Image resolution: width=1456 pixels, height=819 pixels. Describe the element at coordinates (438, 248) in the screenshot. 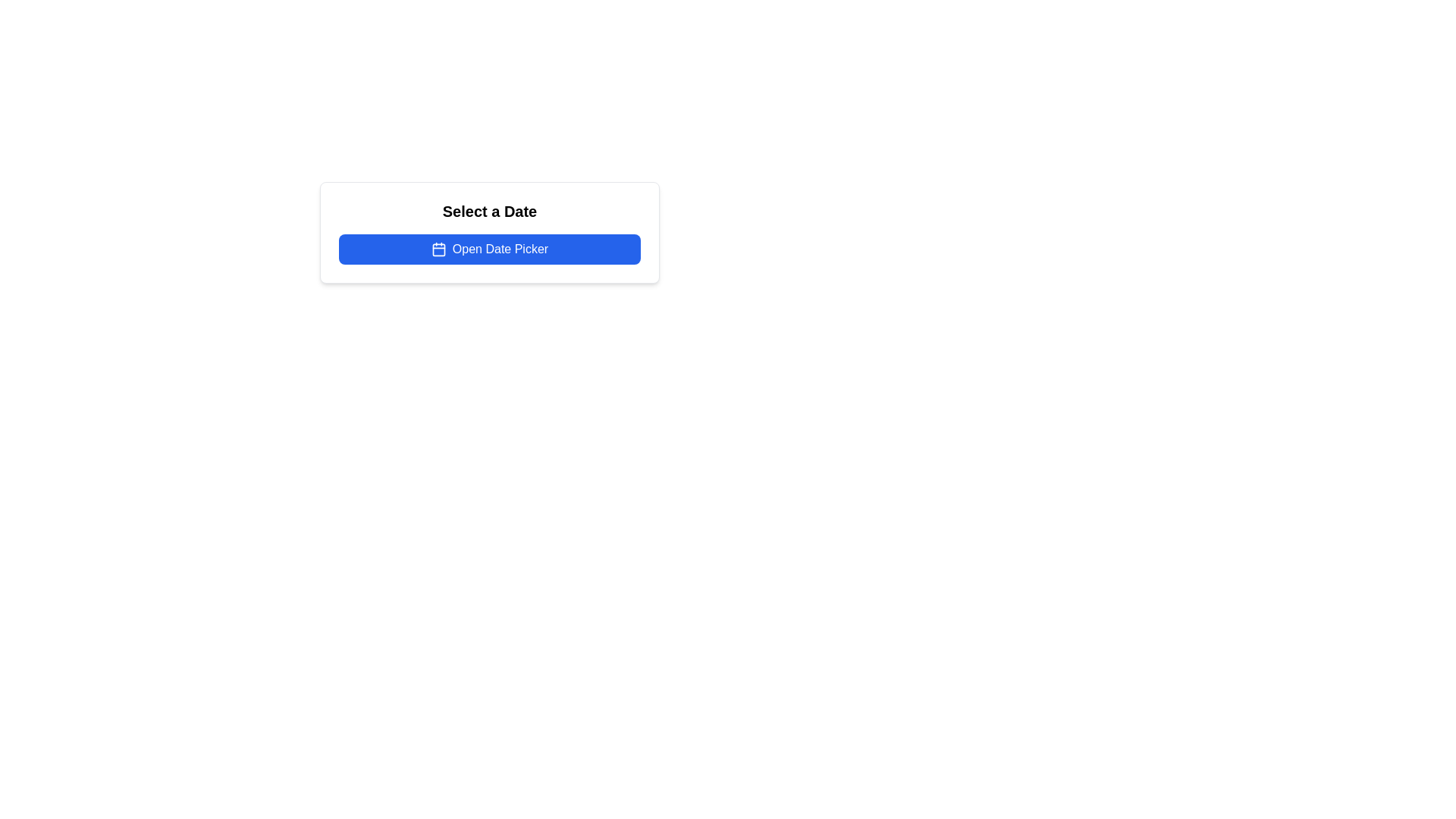

I see `the calendar icon located on the left side of the 'Open Date Picker' button` at that location.